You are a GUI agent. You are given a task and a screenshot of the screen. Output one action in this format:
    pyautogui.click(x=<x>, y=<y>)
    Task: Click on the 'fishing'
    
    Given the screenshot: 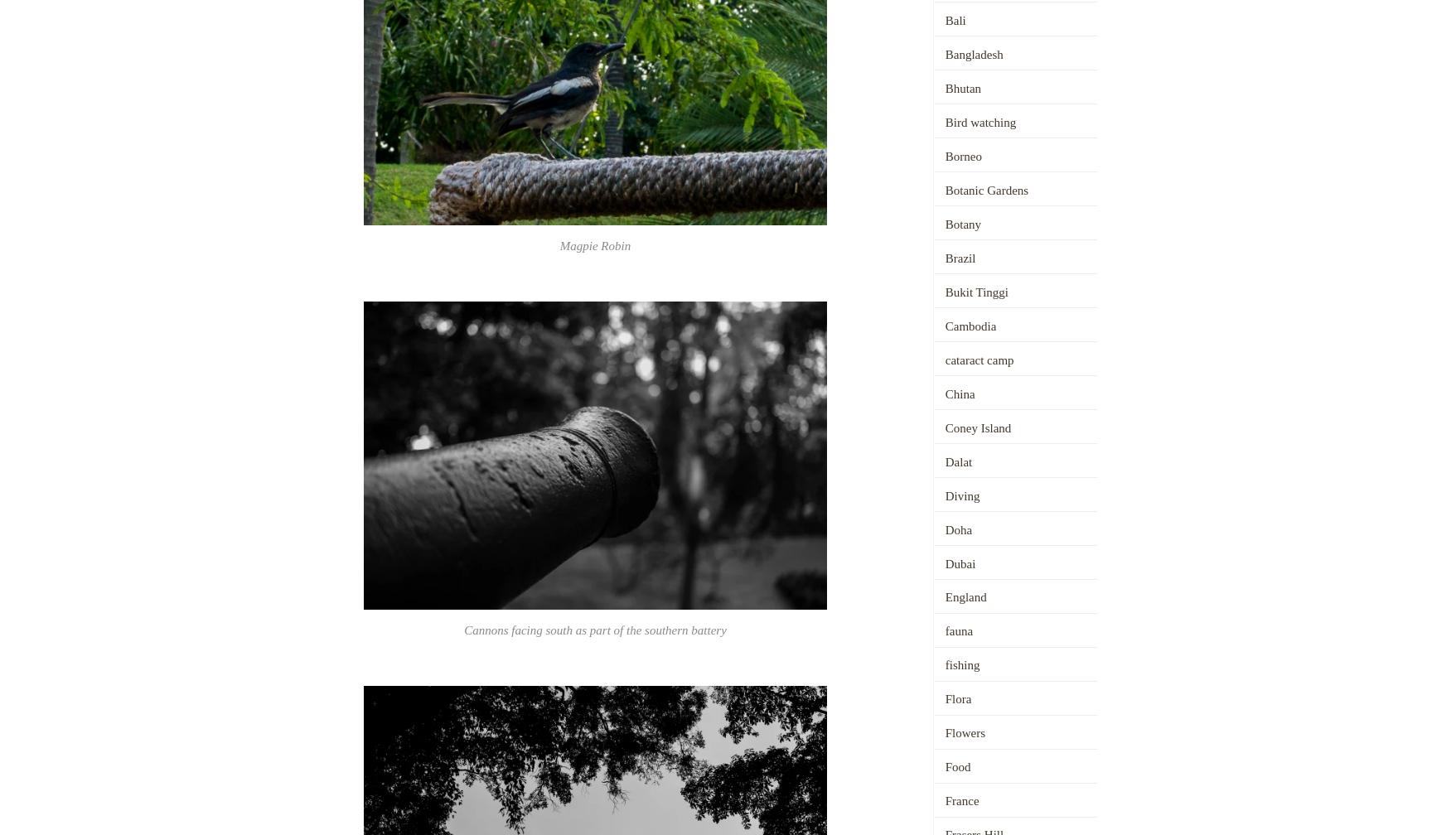 What is the action you would take?
    pyautogui.click(x=943, y=664)
    